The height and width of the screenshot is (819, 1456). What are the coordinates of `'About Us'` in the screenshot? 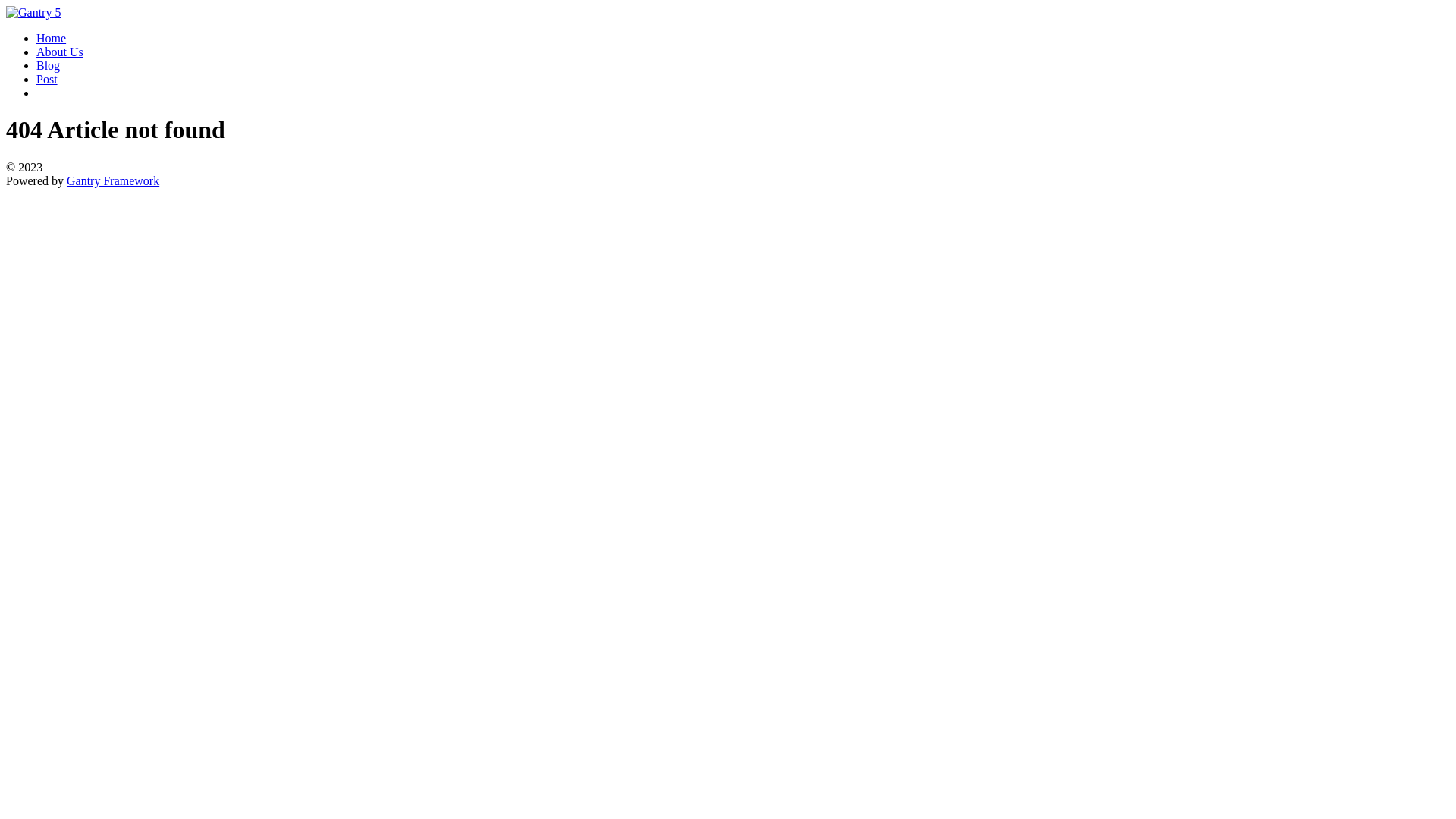 It's located at (59, 51).